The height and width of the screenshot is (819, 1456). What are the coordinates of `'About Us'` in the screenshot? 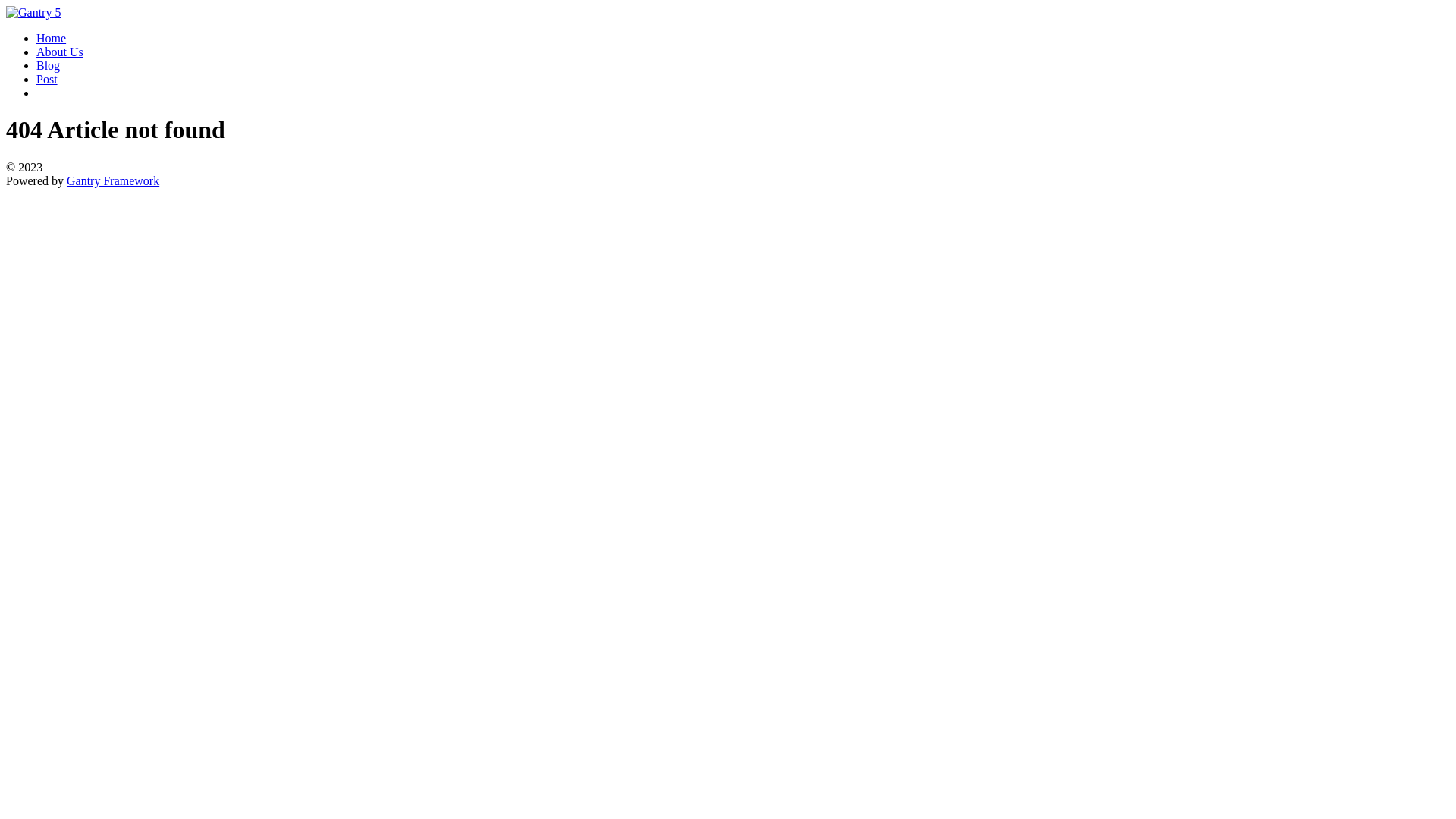 It's located at (59, 51).